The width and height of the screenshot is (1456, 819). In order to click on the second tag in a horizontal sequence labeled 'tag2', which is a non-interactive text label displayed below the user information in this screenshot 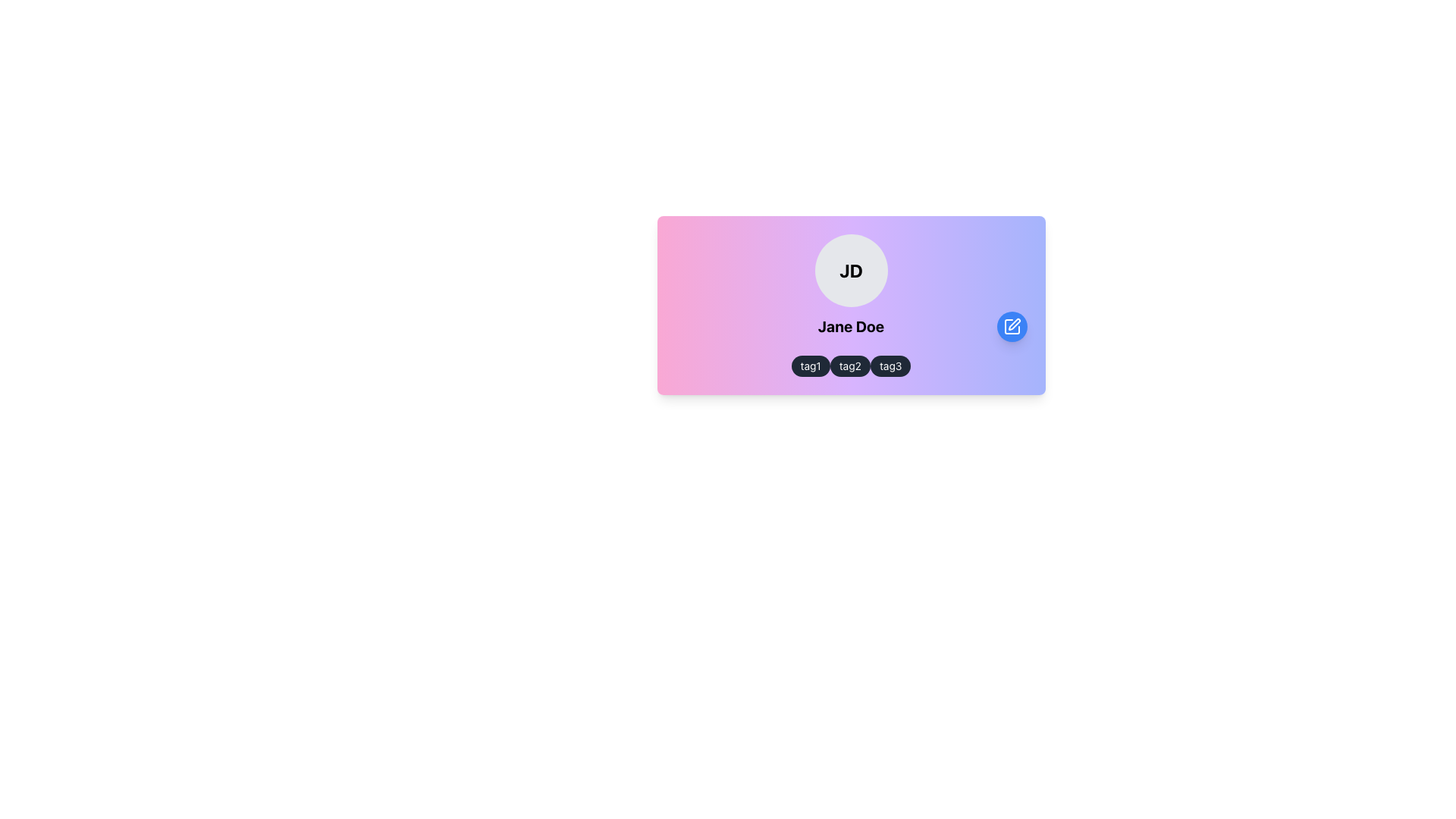, I will do `click(850, 366)`.